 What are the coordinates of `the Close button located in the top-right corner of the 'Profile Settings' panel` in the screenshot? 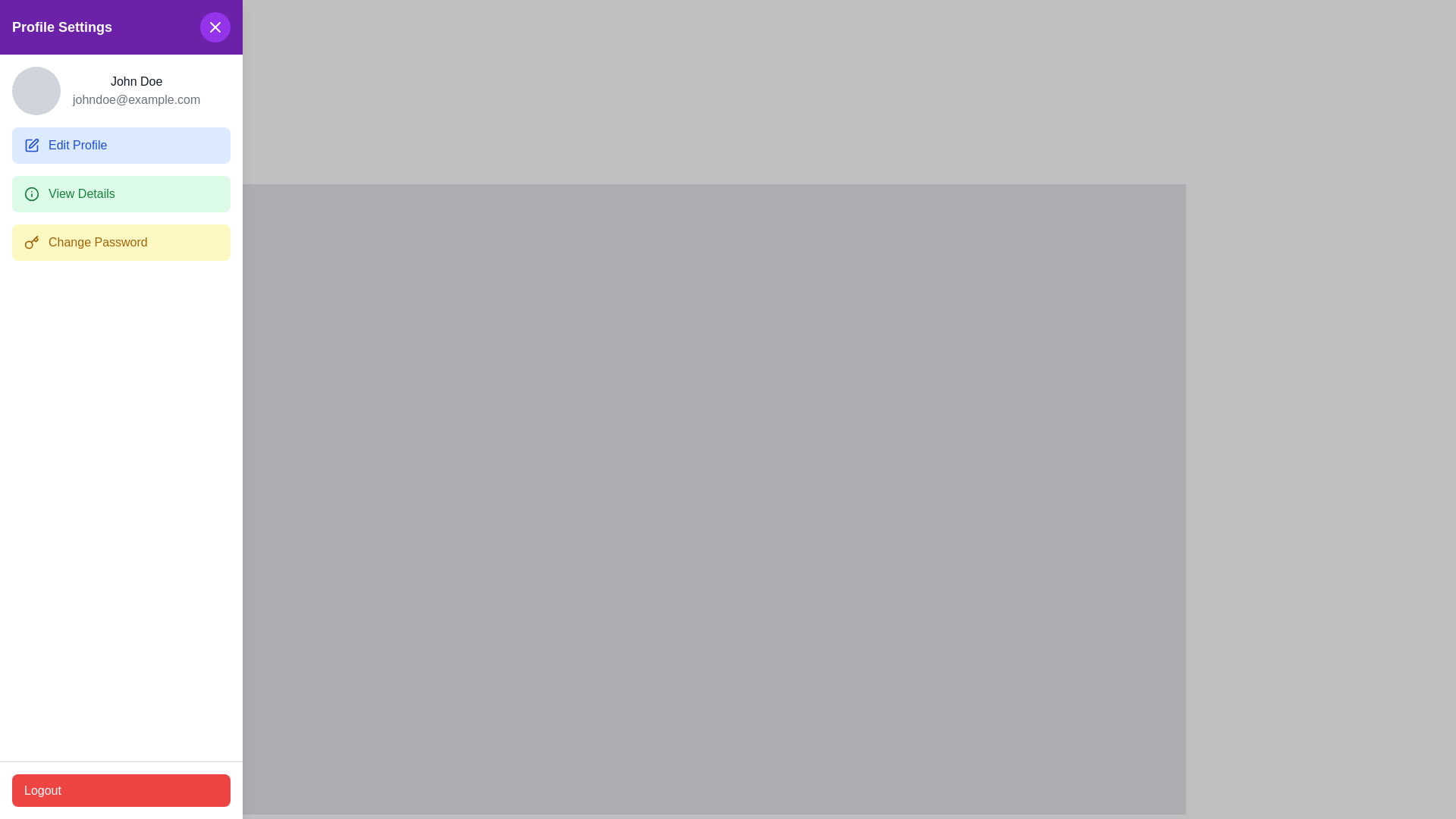 It's located at (214, 27).